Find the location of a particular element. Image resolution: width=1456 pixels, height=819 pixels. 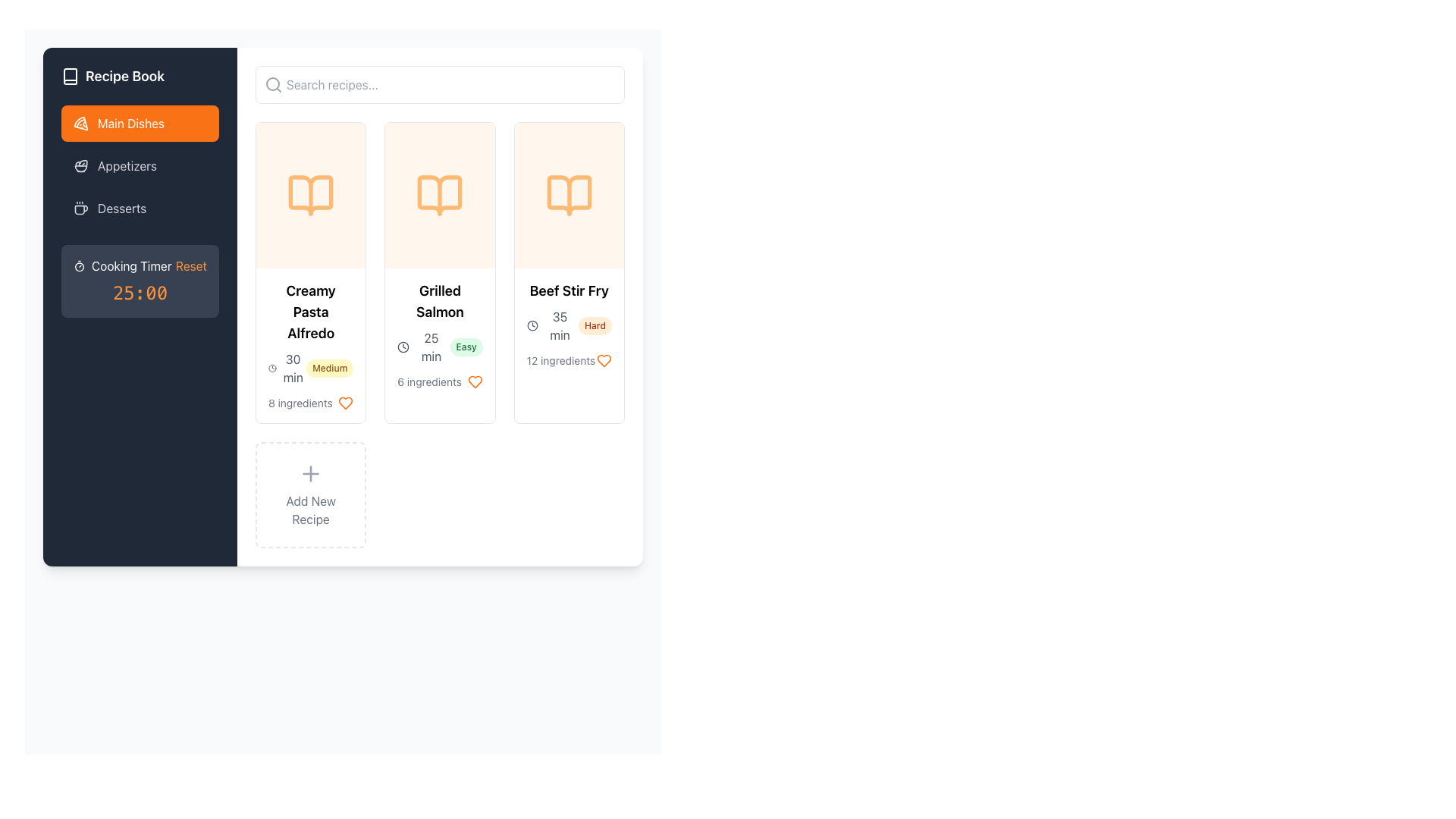

the clock icon preceding the text '35 min' in the details of the 'Beef Stir Fry' recipe is located at coordinates (532, 325).